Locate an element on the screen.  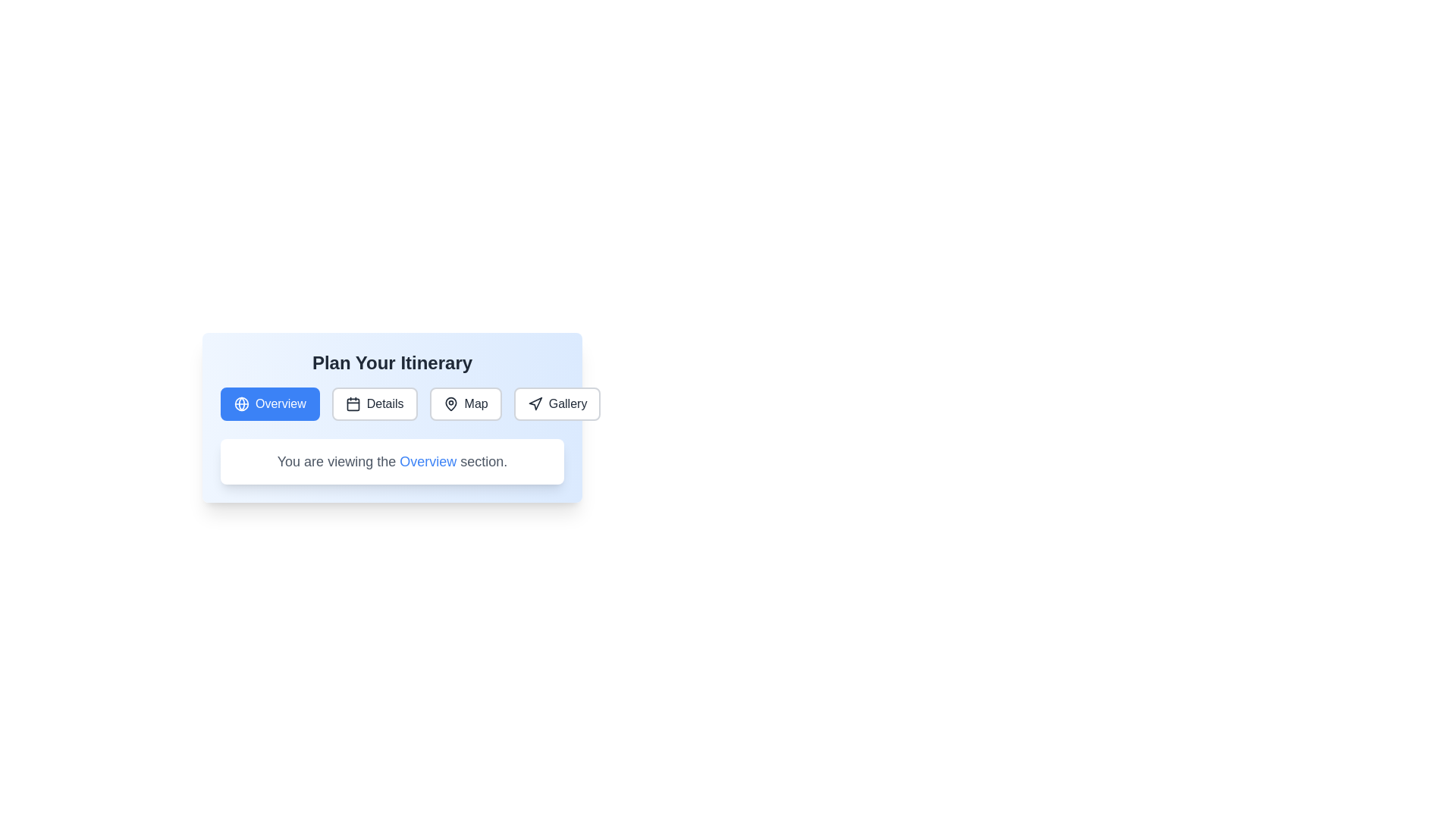
the highlighted date window icon within the calendar icon located in the toolbar section of the interface is located at coordinates (352, 403).